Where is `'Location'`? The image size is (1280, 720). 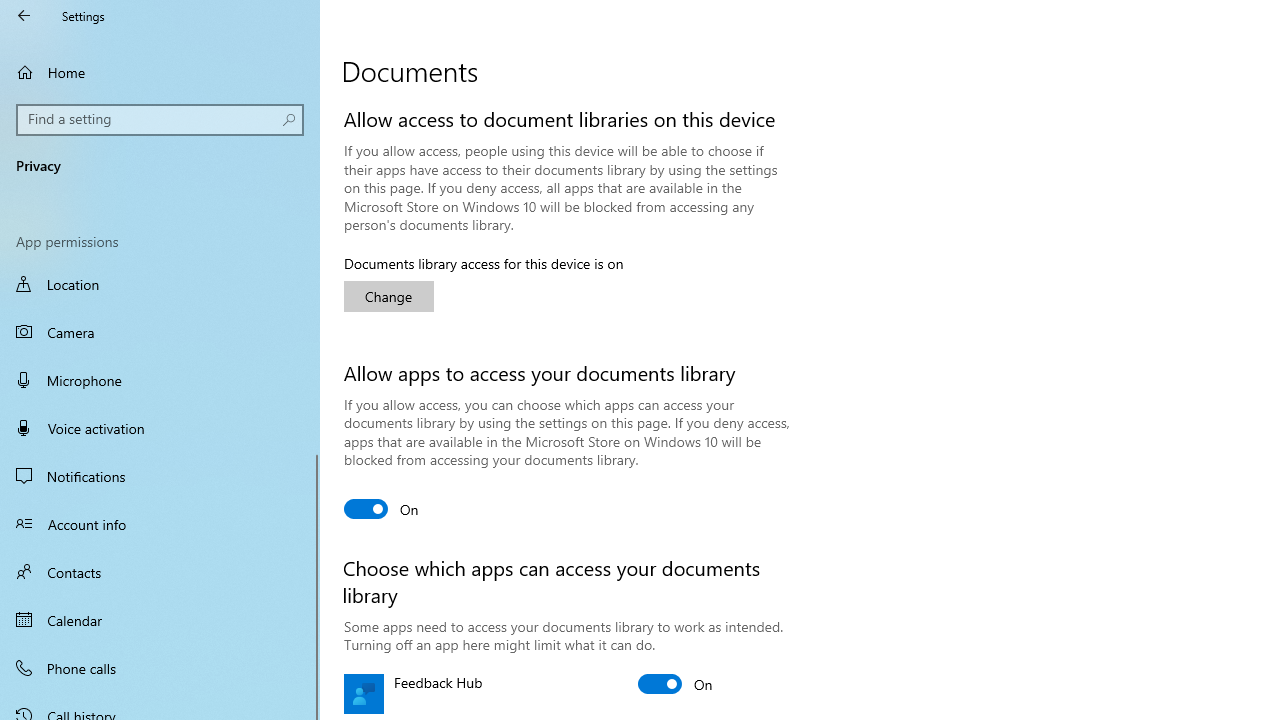 'Location' is located at coordinates (160, 286).